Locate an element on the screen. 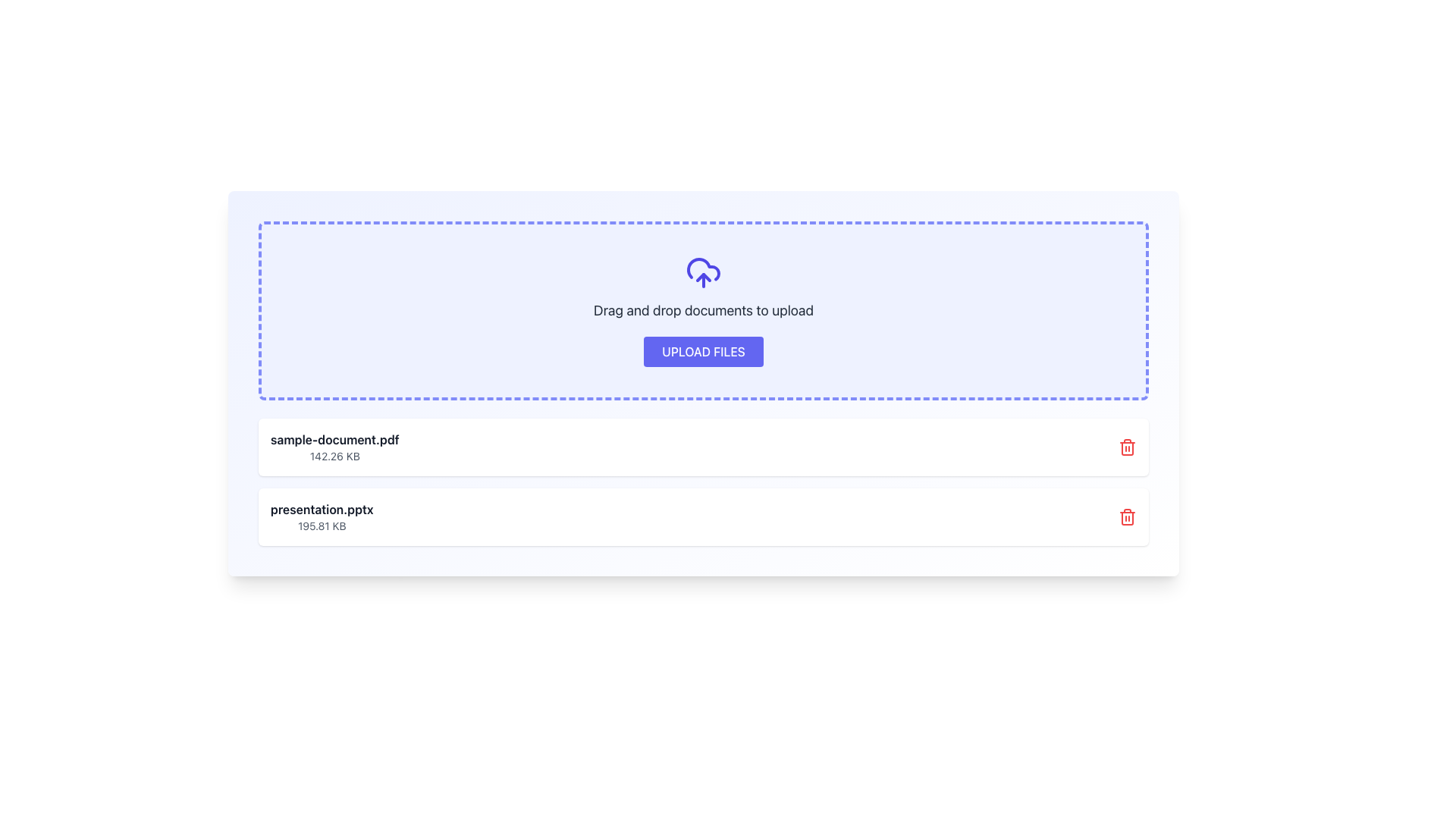 The image size is (1456, 819). the delete icon/button located at the far right of the entry row for the file 'presentation.pptx' to observe the hover effect is located at coordinates (1128, 516).